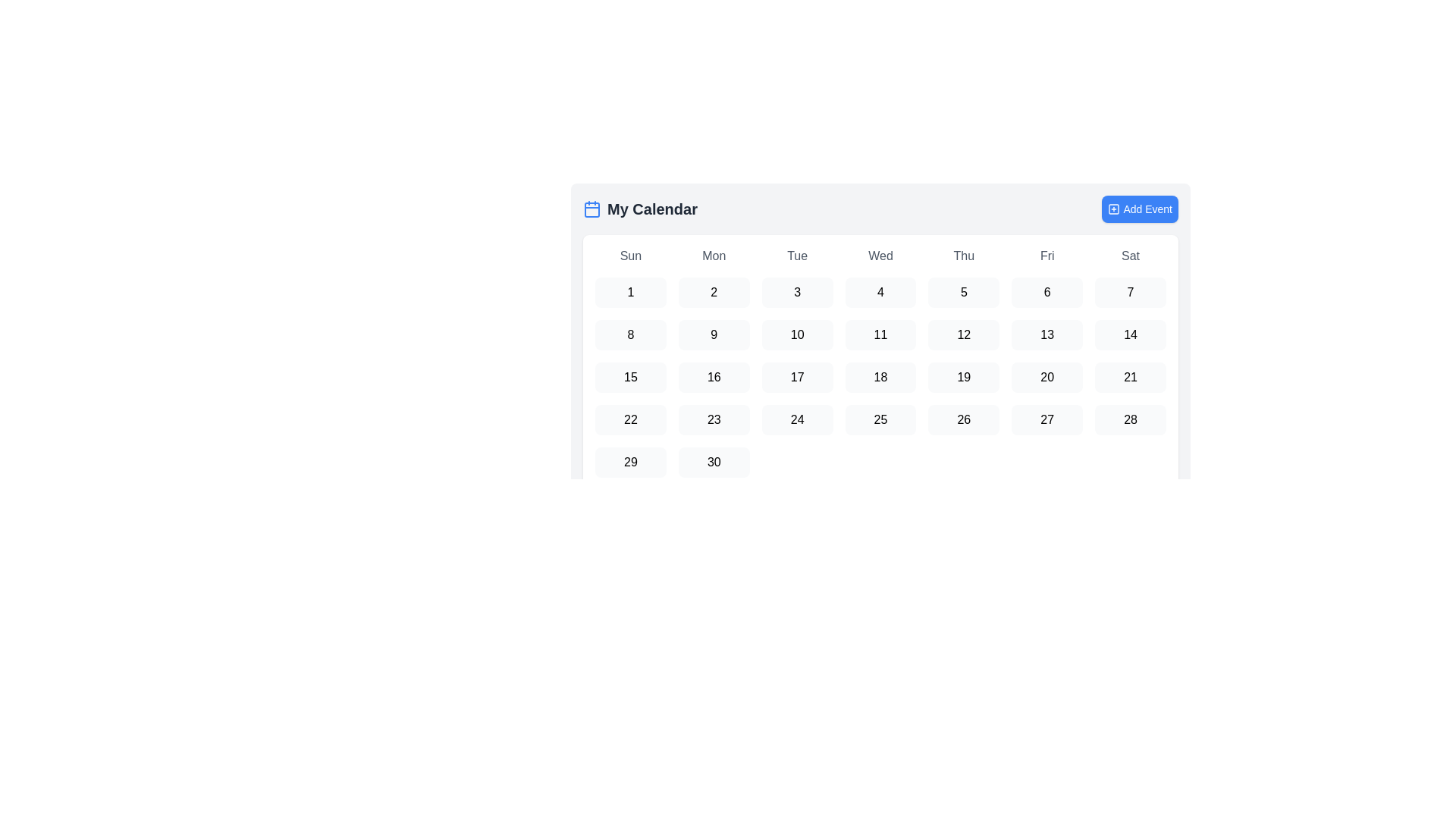 This screenshot has height=819, width=1456. Describe the element at coordinates (1131, 420) in the screenshot. I see `the static calendar cell representing the date 28` at that location.